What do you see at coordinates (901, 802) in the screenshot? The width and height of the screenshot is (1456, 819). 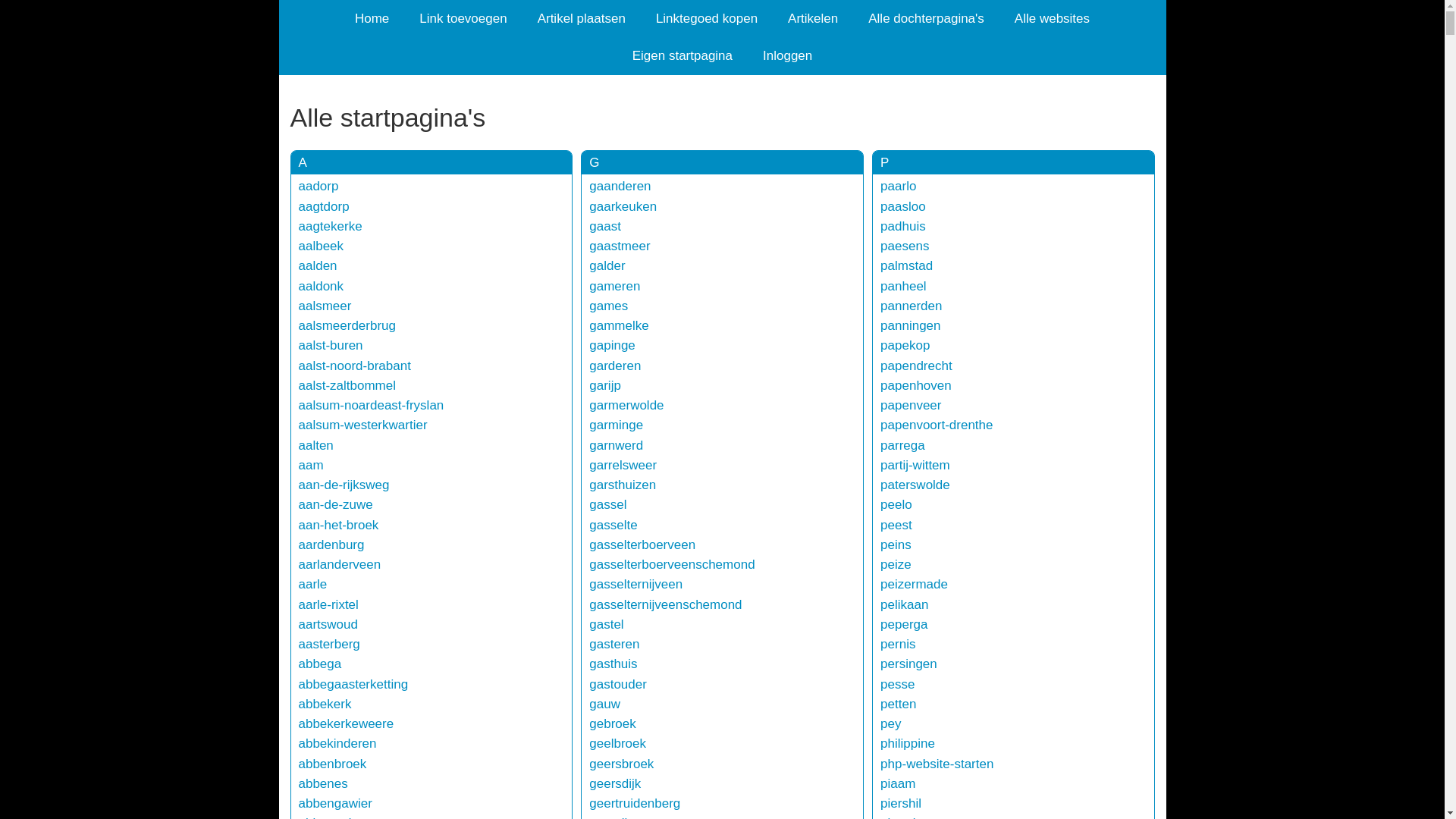 I see `'piershil'` at bounding box center [901, 802].